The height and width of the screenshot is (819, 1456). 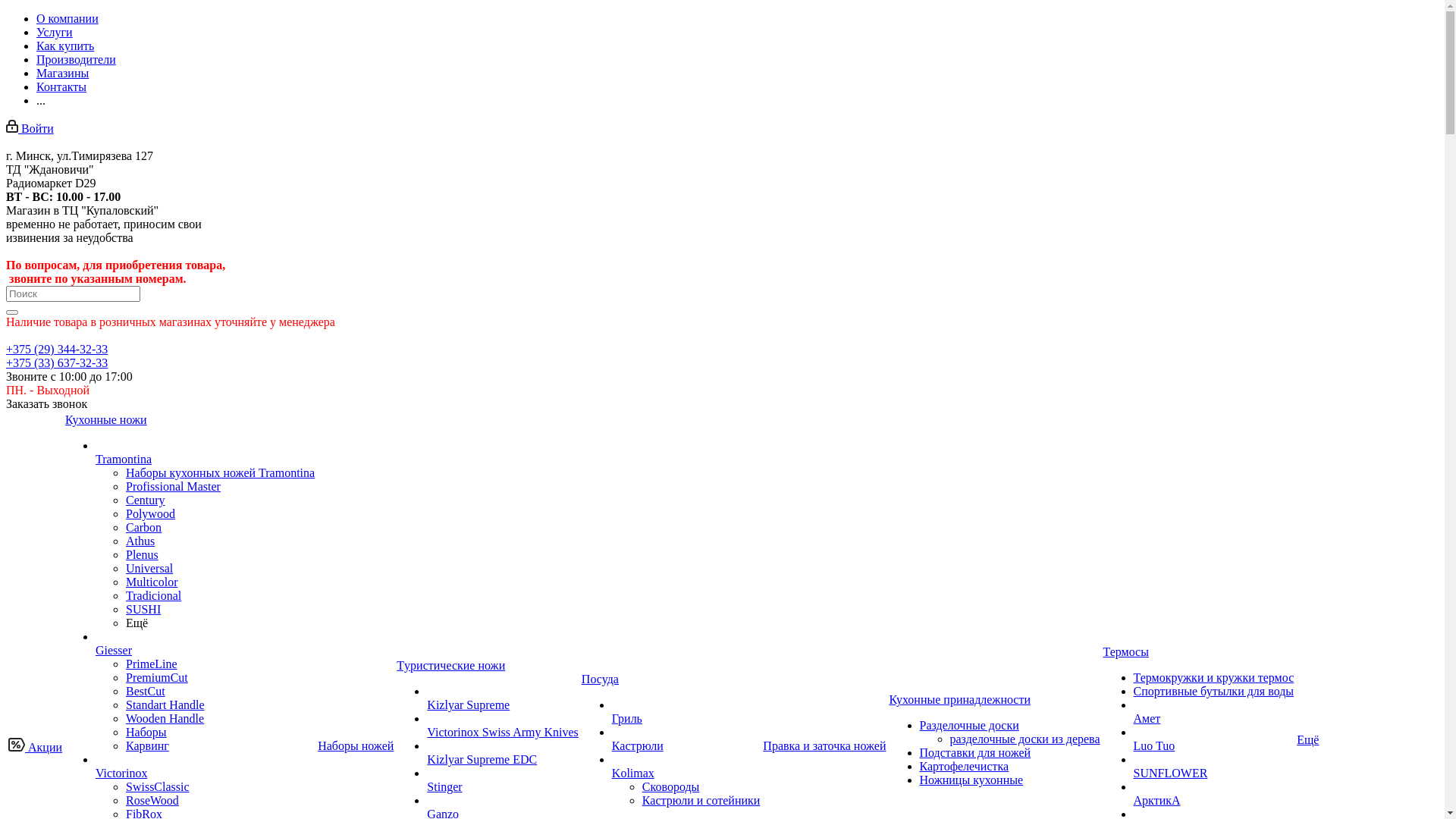 I want to click on 'Carbon', so click(x=143, y=526).